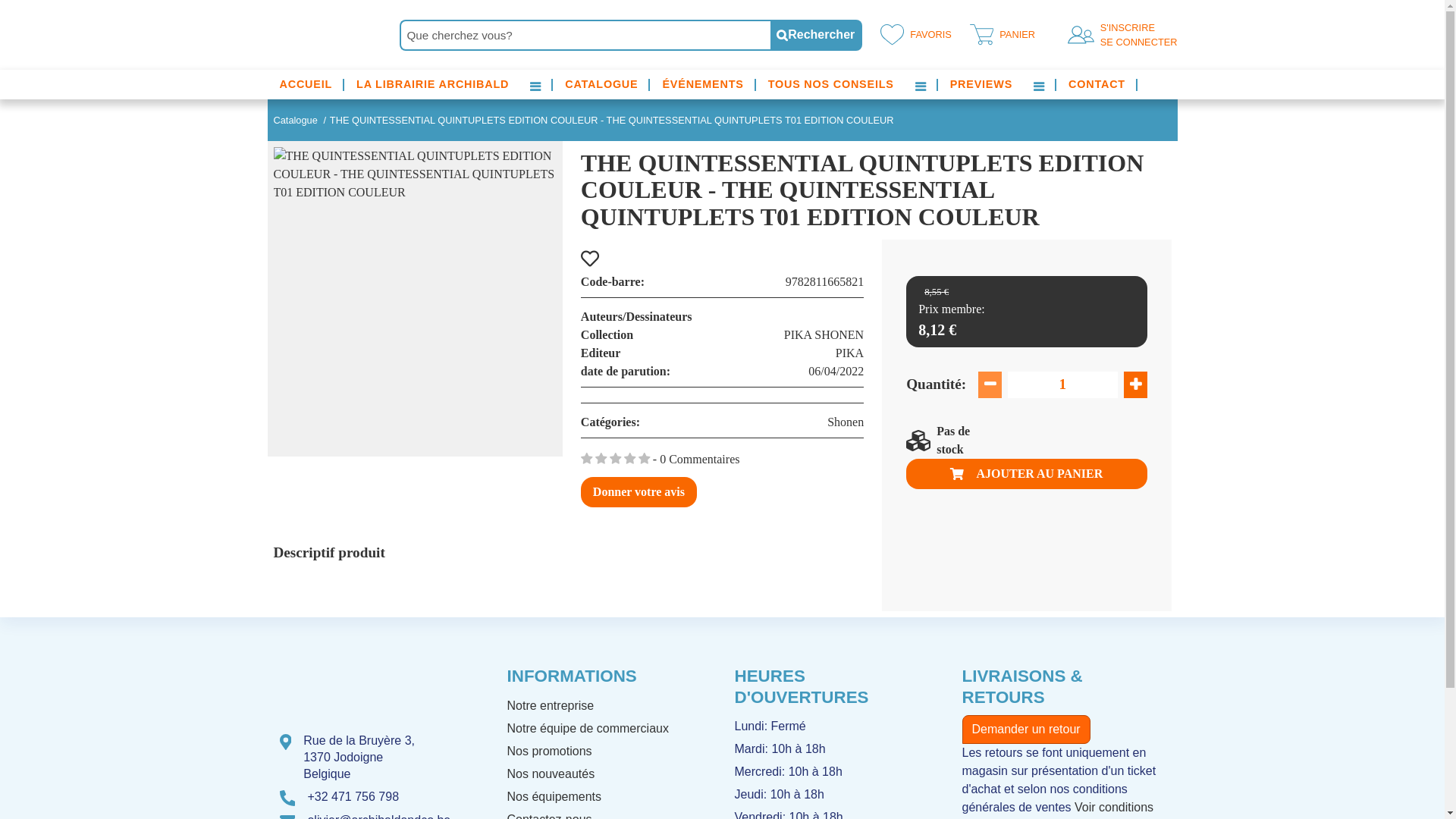 The image size is (1456, 819). Describe the element at coordinates (826, 422) in the screenshot. I see `'Shonen'` at that location.